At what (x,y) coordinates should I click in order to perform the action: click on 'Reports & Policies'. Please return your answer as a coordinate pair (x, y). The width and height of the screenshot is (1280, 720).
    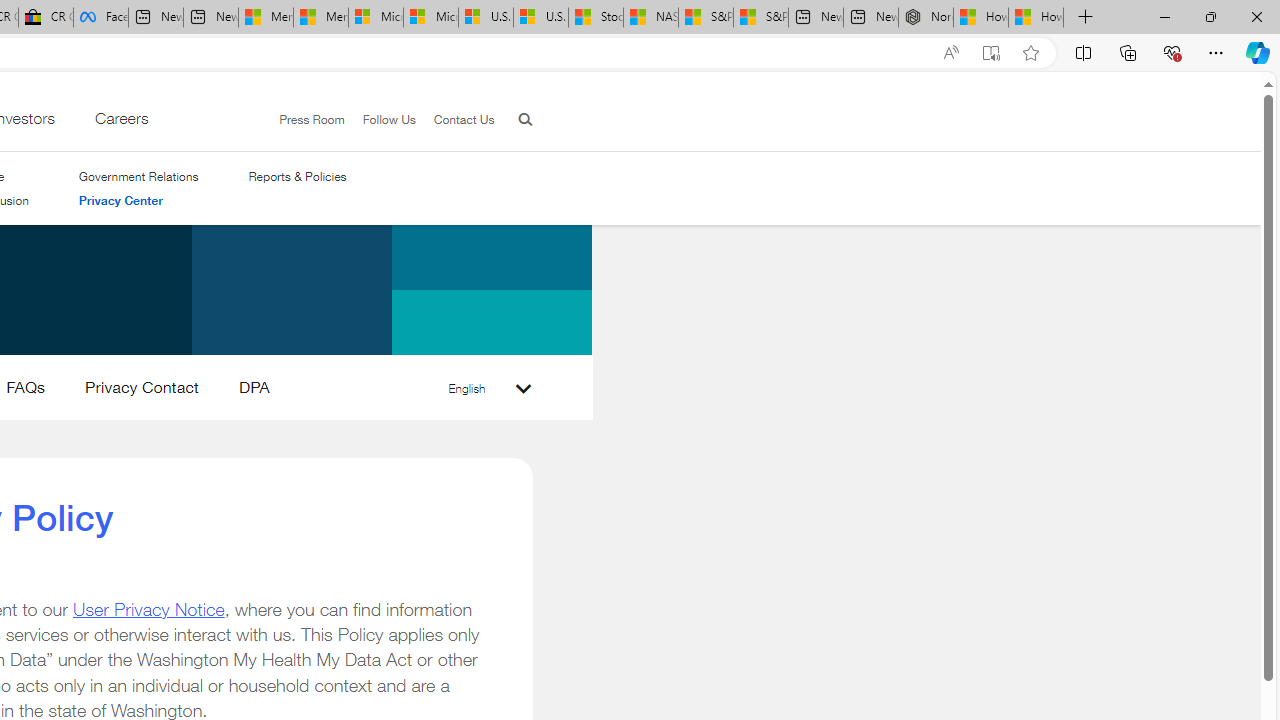
    Looking at the image, I should click on (296, 176).